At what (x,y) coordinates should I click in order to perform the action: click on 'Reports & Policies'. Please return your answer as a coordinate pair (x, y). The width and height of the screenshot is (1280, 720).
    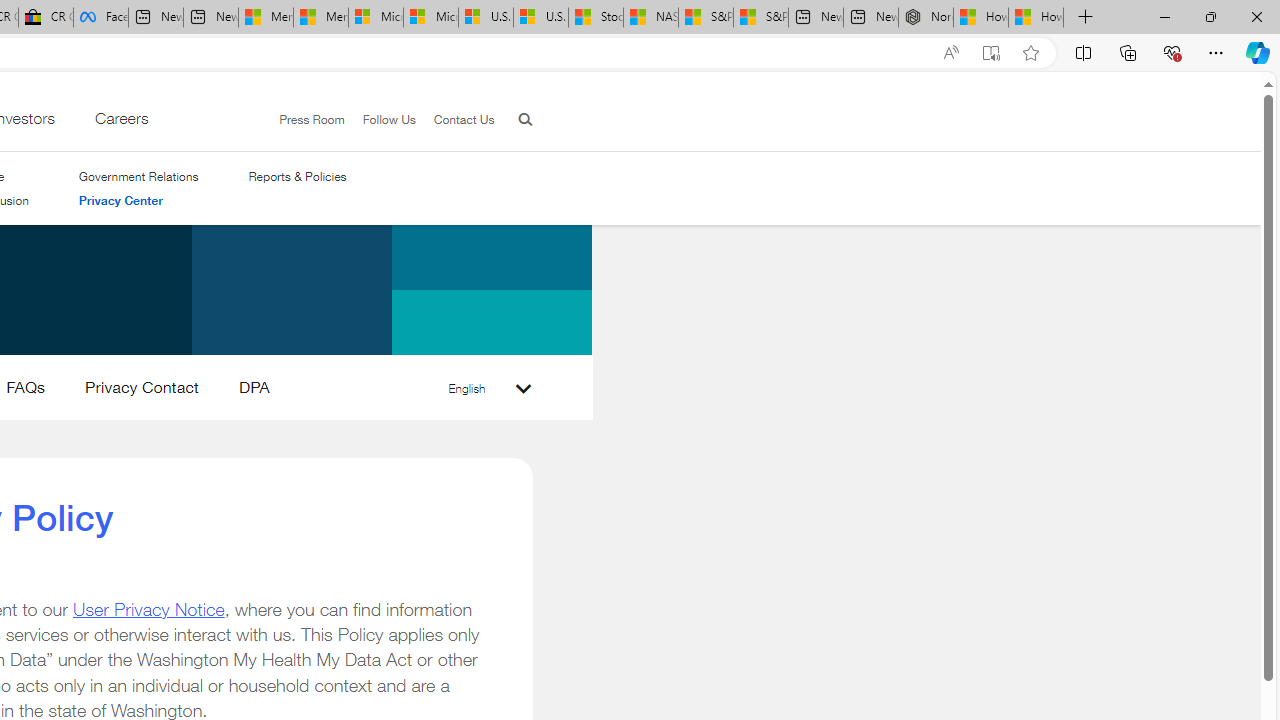
    Looking at the image, I should click on (296, 176).